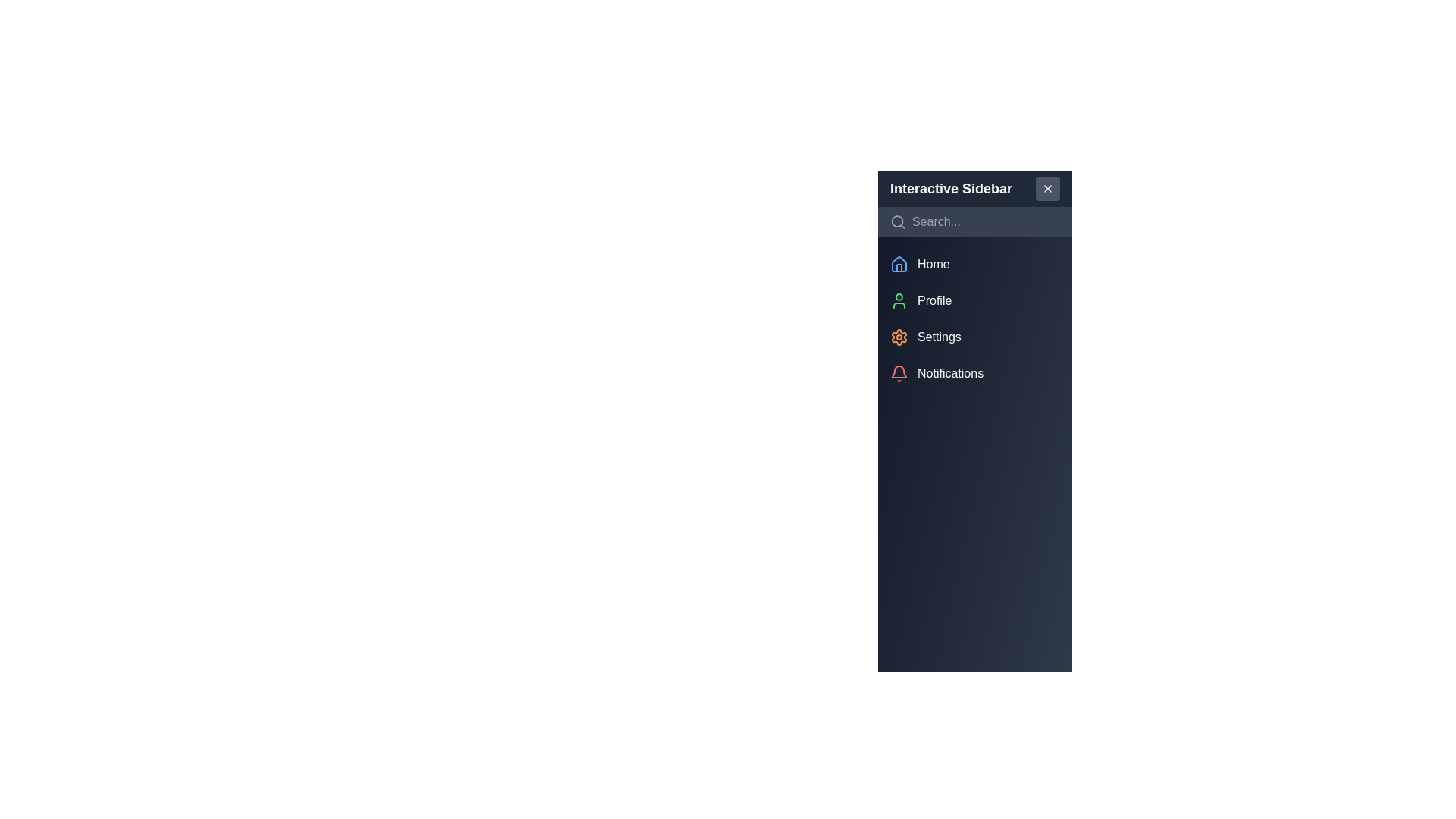  I want to click on the profile icon in the sidebar menu, which is a green line-art styled user profile outline located to the left of the 'Profile' text label, so click(899, 301).